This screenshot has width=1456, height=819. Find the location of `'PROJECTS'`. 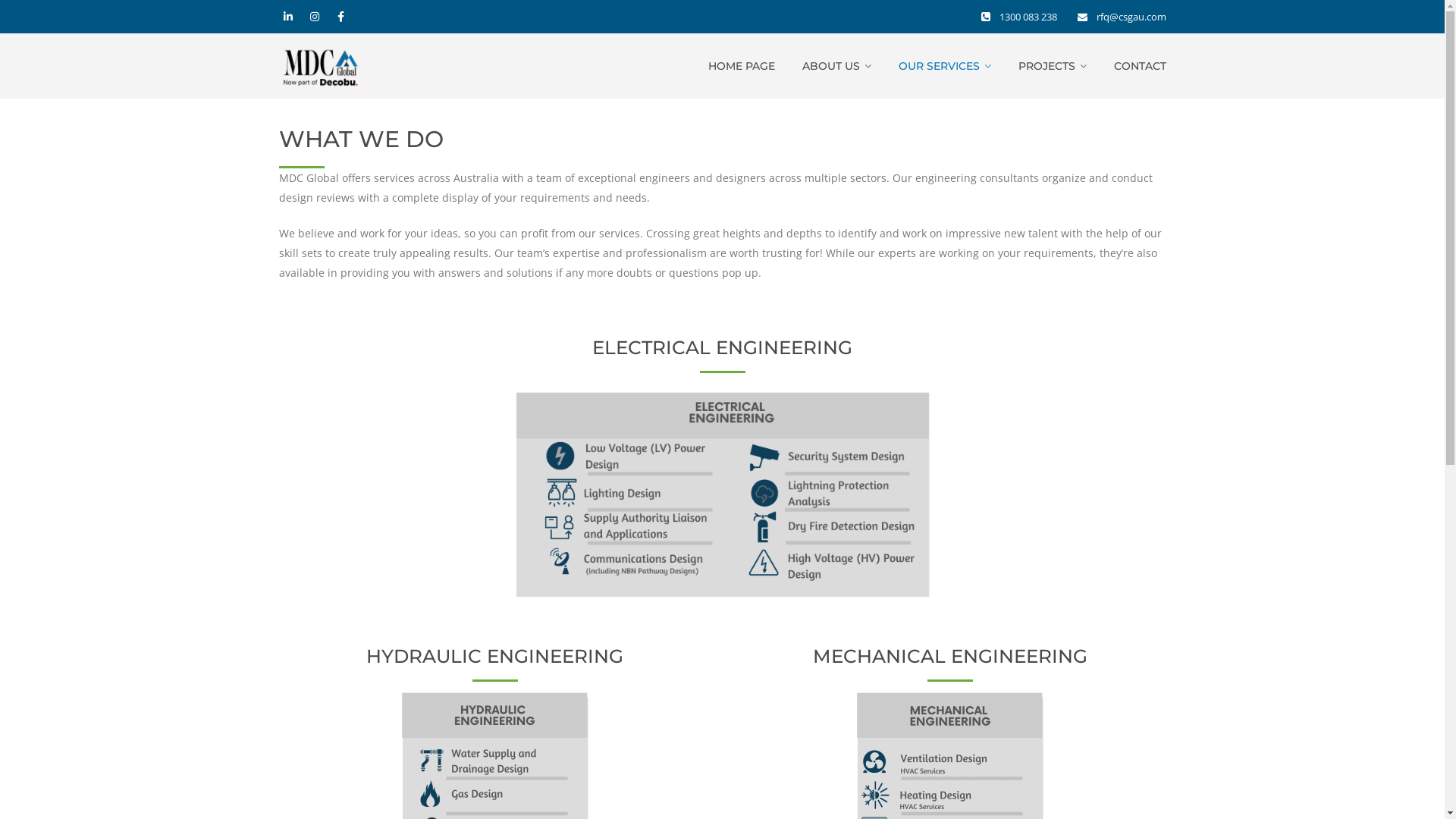

'PROJECTS' is located at coordinates (1018, 65).